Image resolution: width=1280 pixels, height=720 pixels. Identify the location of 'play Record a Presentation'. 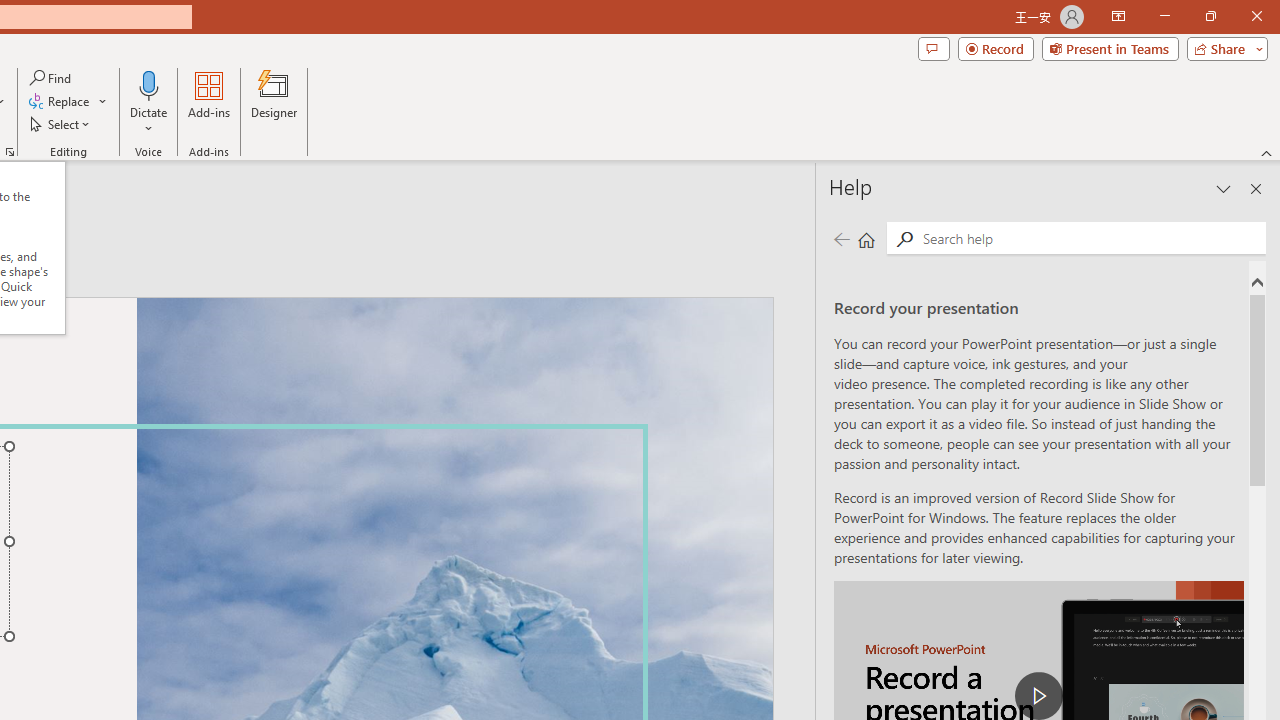
(1038, 694).